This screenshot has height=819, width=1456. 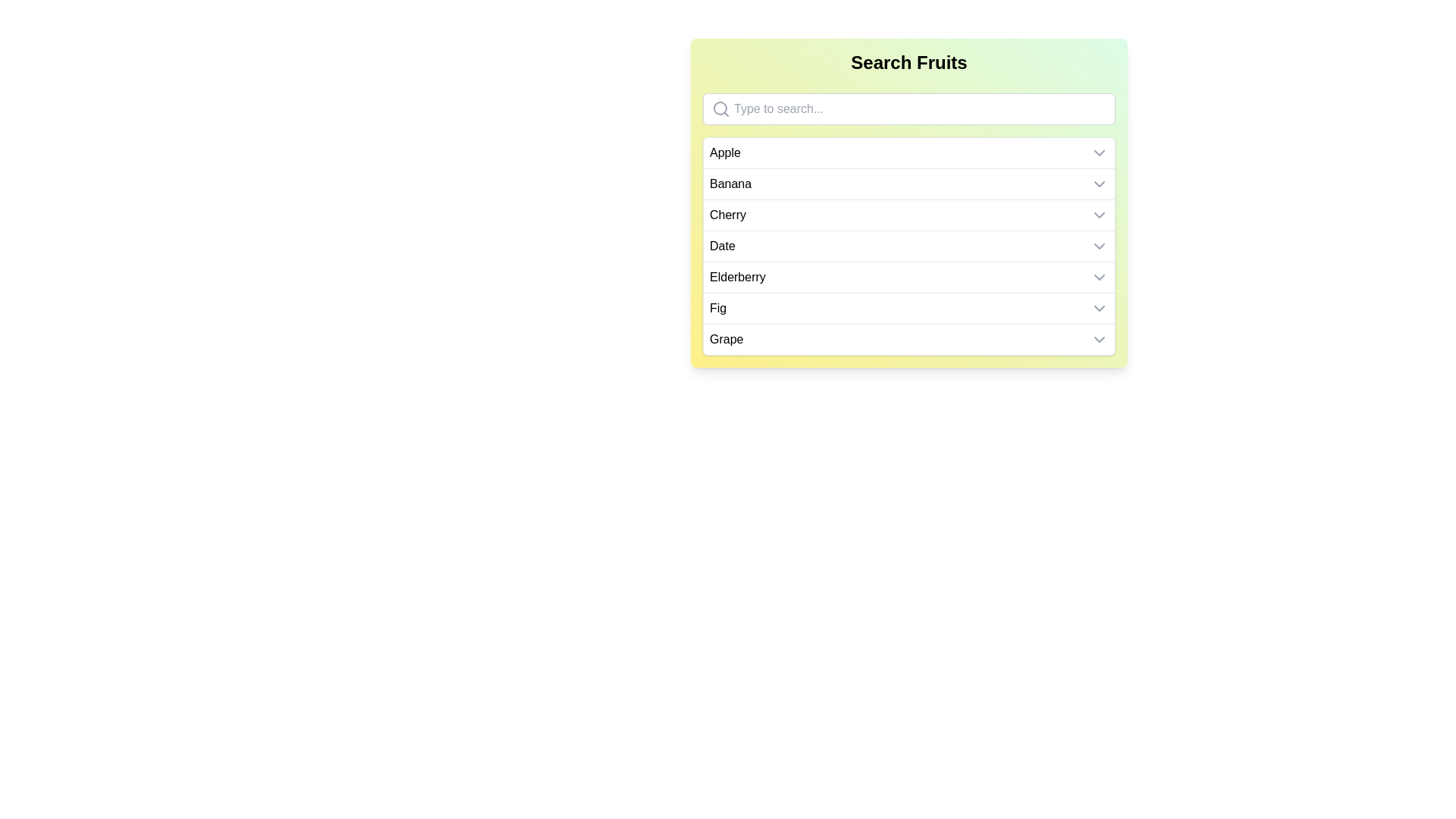 I want to click on the list item labeled 'Elderberry' with a dropdown indicator, so click(x=909, y=278).